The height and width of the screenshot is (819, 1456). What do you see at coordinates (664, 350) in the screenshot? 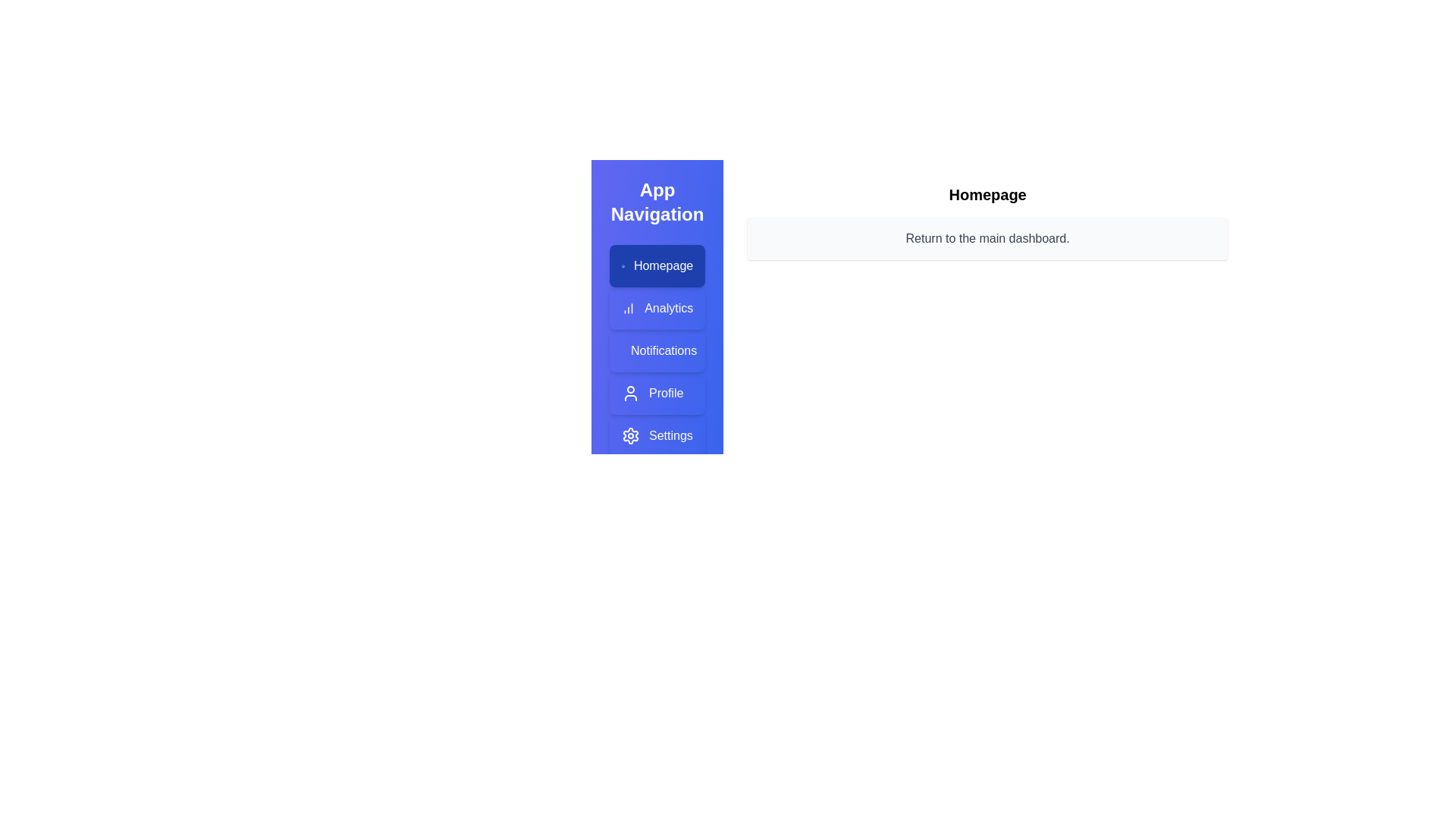
I see `'Notifications' text label in the vertical navigation menu to understand the button's purpose` at bounding box center [664, 350].